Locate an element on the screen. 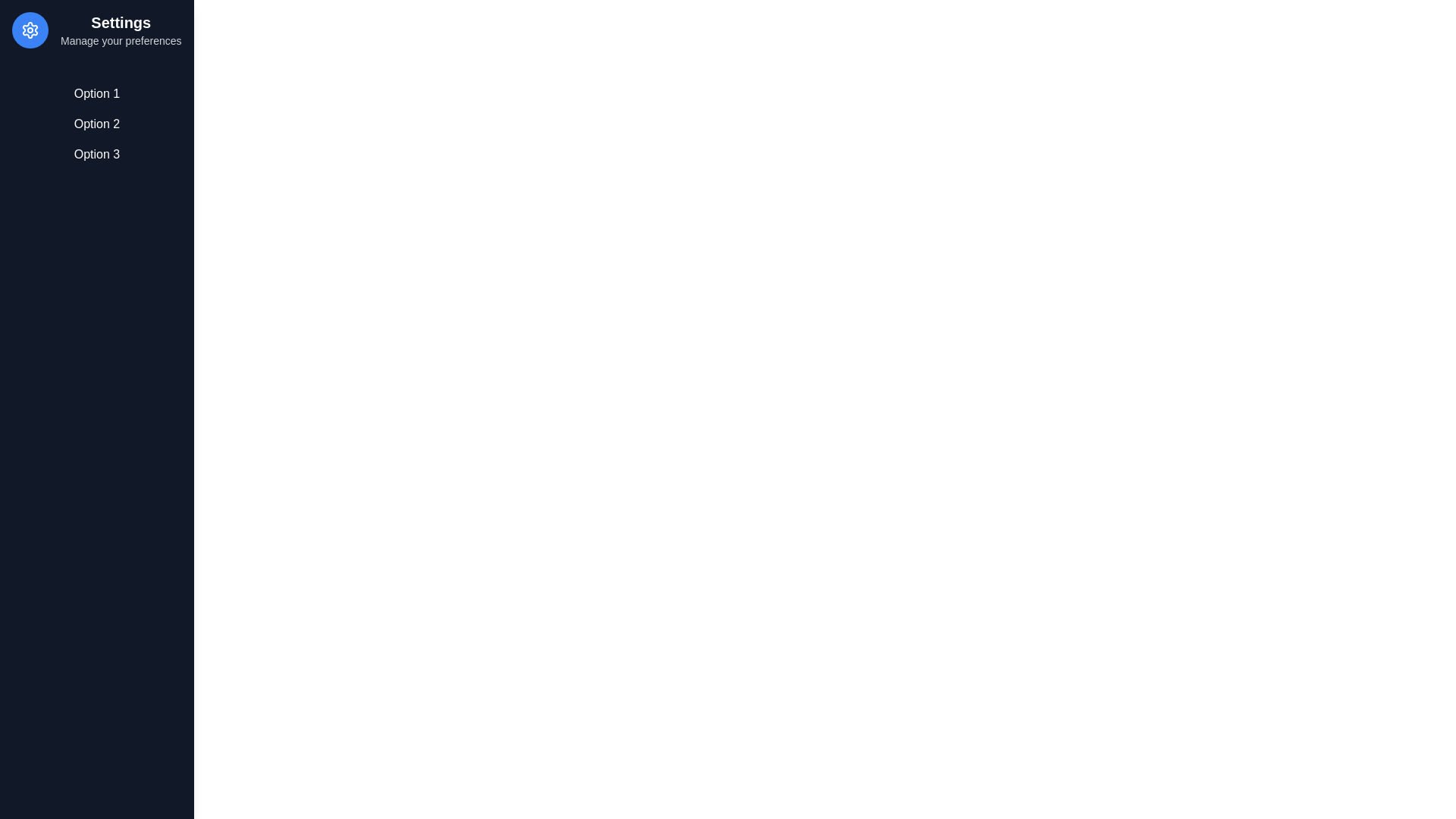  the navigational list item labeled 'Settings' with a blue gear icon and text for information is located at coordinates (96, 30).